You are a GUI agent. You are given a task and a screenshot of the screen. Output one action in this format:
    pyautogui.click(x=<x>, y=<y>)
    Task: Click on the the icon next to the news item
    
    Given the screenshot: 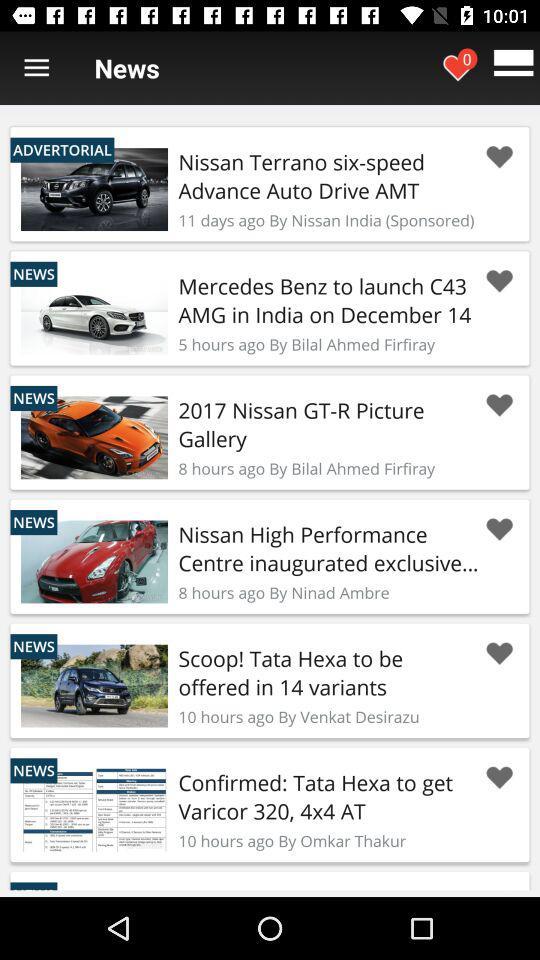 What is the action you would take?
    pyautogui.click(x=36, y=68)
    